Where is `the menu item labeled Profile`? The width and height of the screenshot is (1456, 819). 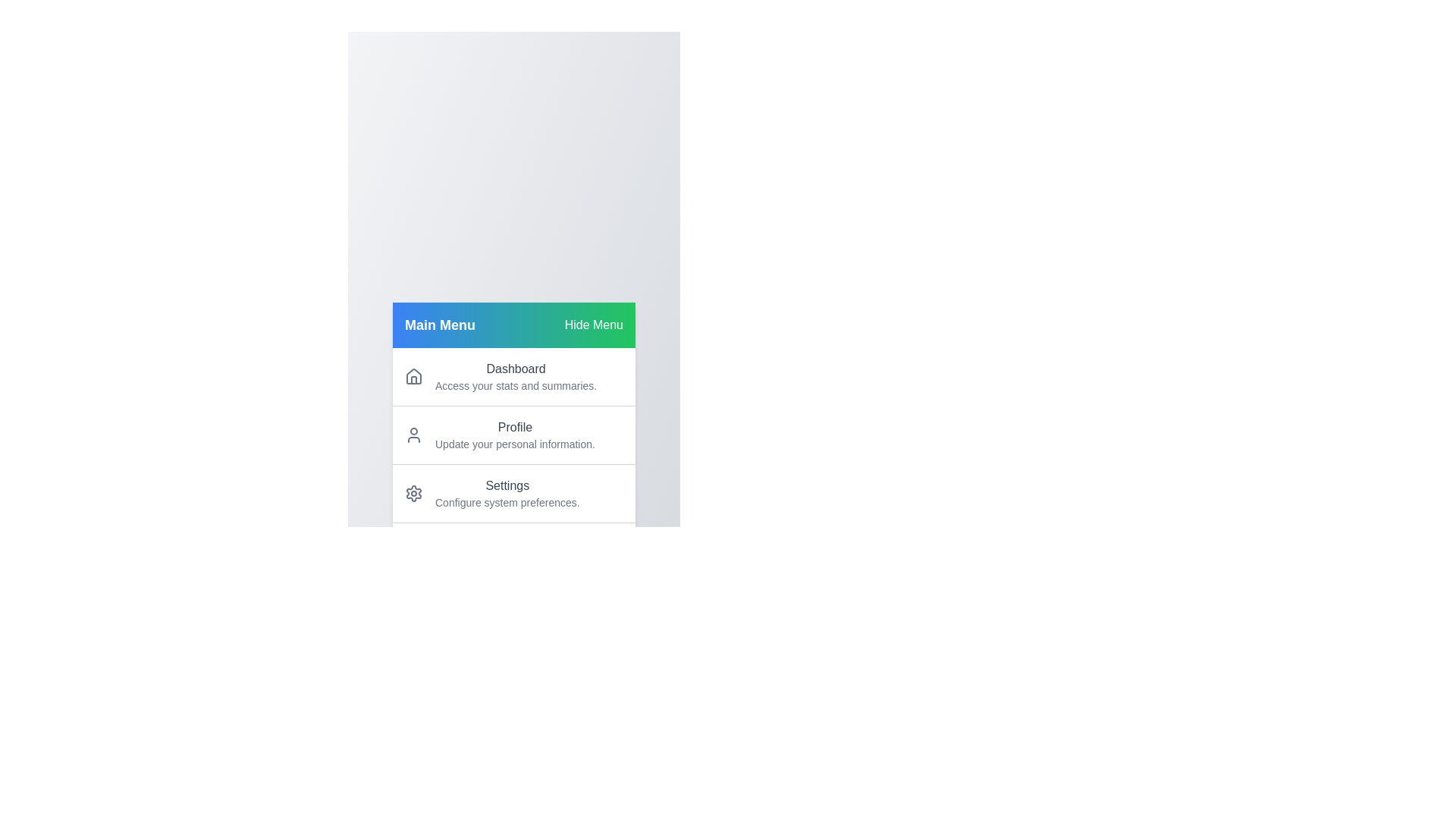 the menu item labeled Profile is located at coordinates (513, 435).